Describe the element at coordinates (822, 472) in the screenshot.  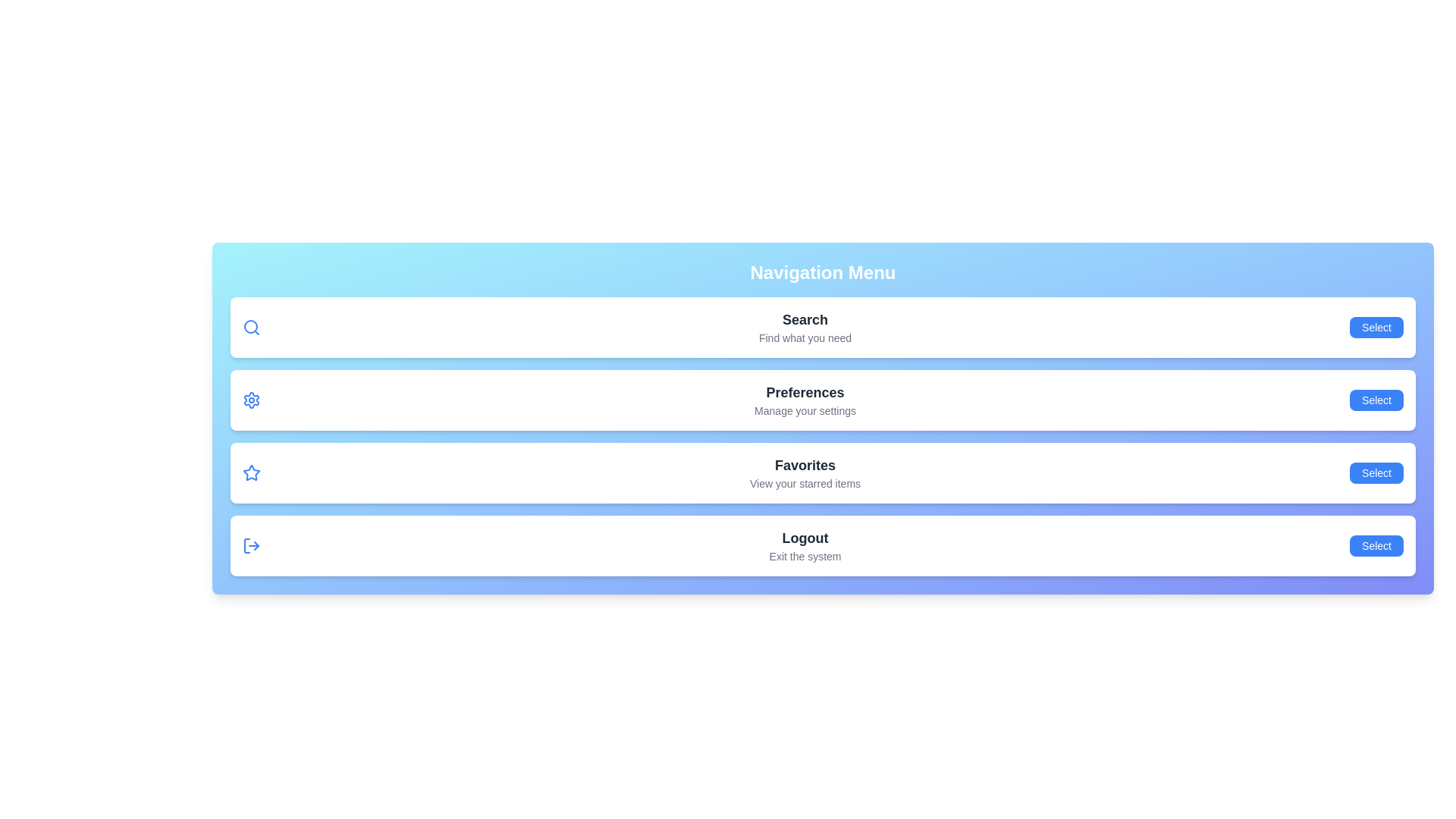
I see `the menu item Favorites to observe its hover effect` at that location.